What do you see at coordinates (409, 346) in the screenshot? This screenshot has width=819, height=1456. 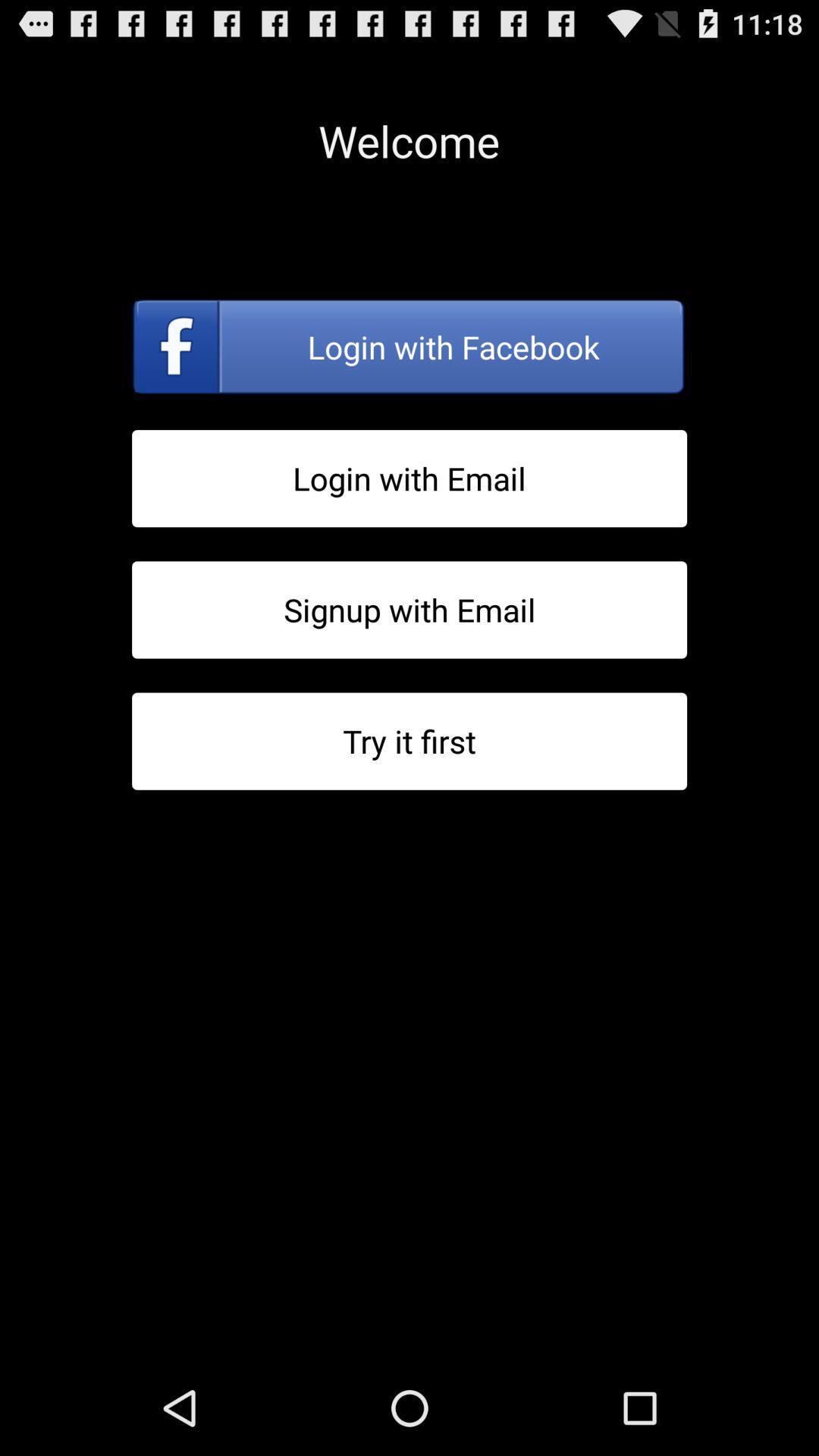 I see `log into facebook` at bounding box center [409, 346].